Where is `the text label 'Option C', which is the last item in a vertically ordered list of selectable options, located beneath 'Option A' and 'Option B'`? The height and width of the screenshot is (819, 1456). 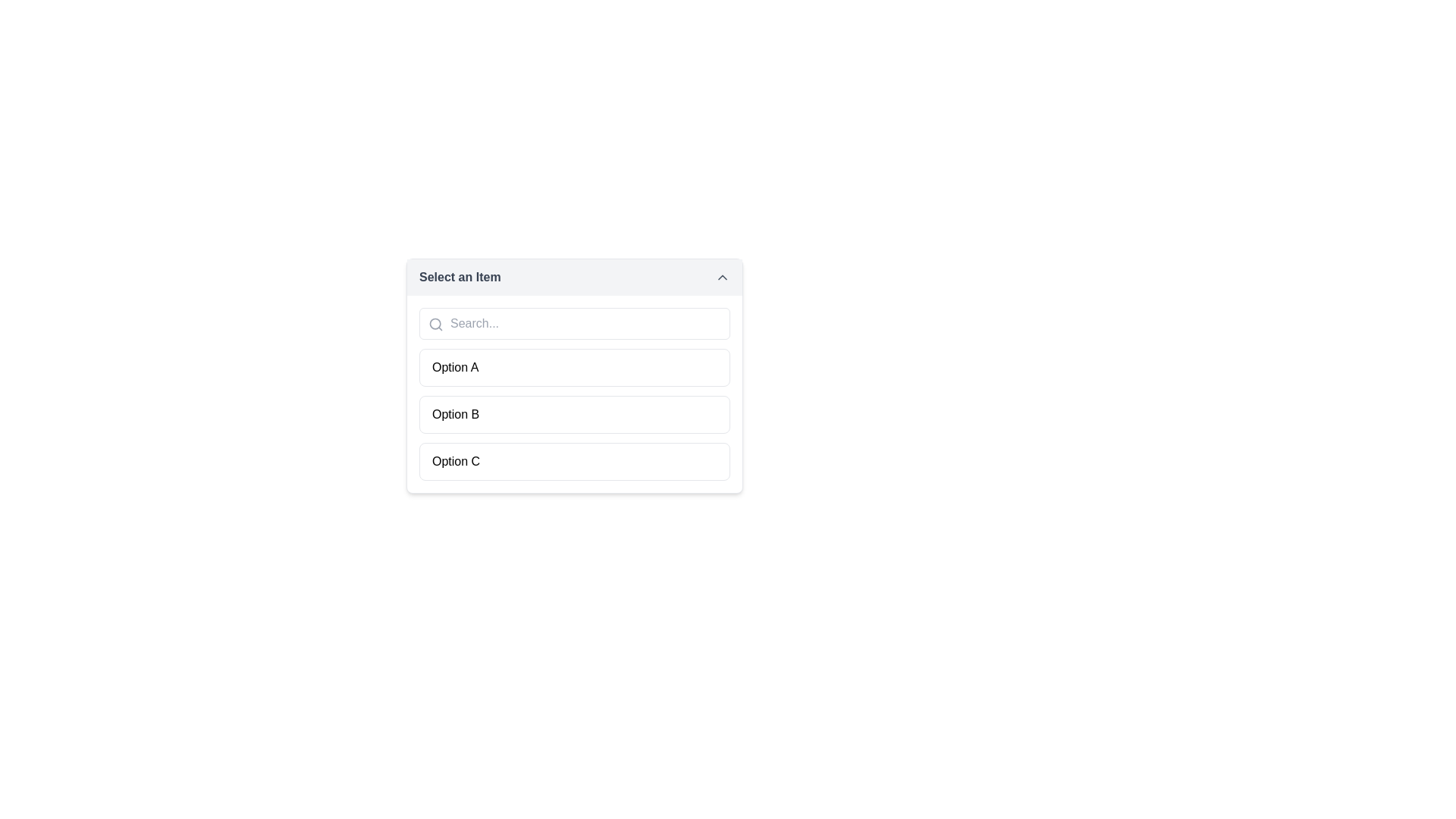
the text label 'Option C', which is the last item in a vertically ordered list of selectable options, located beneath 'Option A' and 'Option B' is located at coordinates (455, 461).